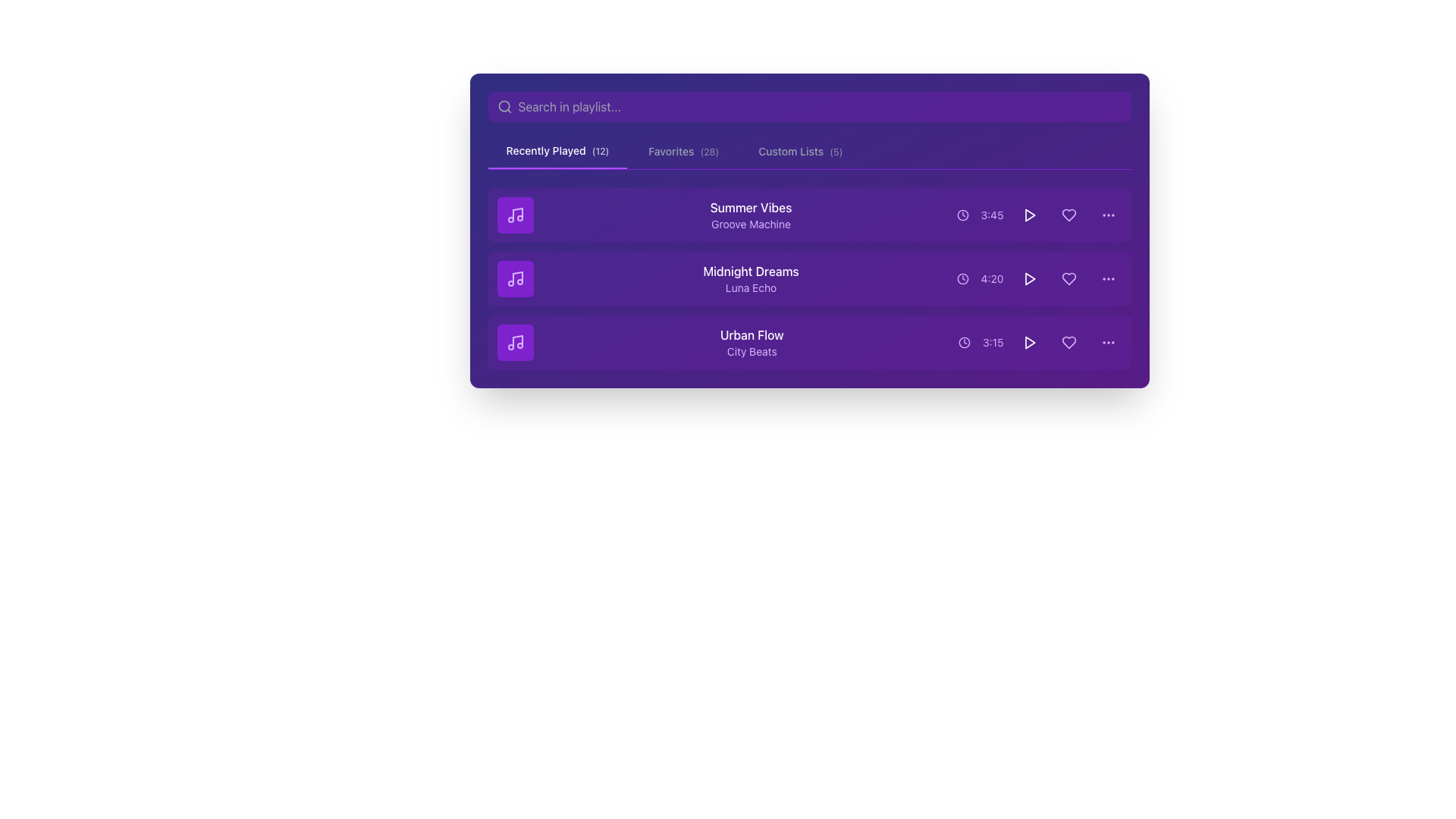  Describe the element at coordinates (1068, 342) in the screenshot. I see `the favorite or like icon button located within the third track item of the playlist, aligned to the right near the play and duration controls` at that location.